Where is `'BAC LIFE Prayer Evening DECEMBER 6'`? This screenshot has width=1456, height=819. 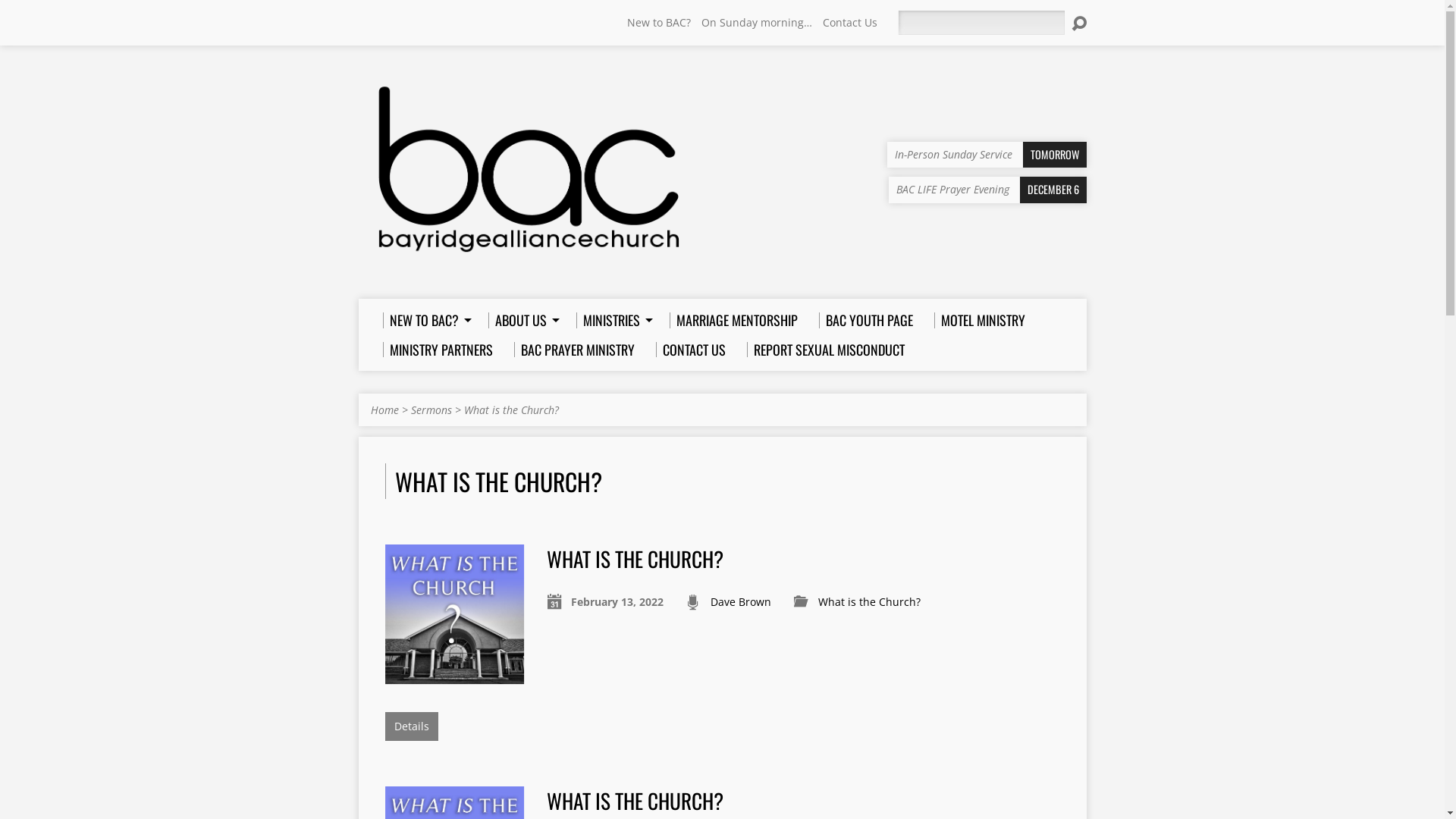
'BAC LIFE Prayer Evening DECEMBER 6' is located at coordinates (888, 189).